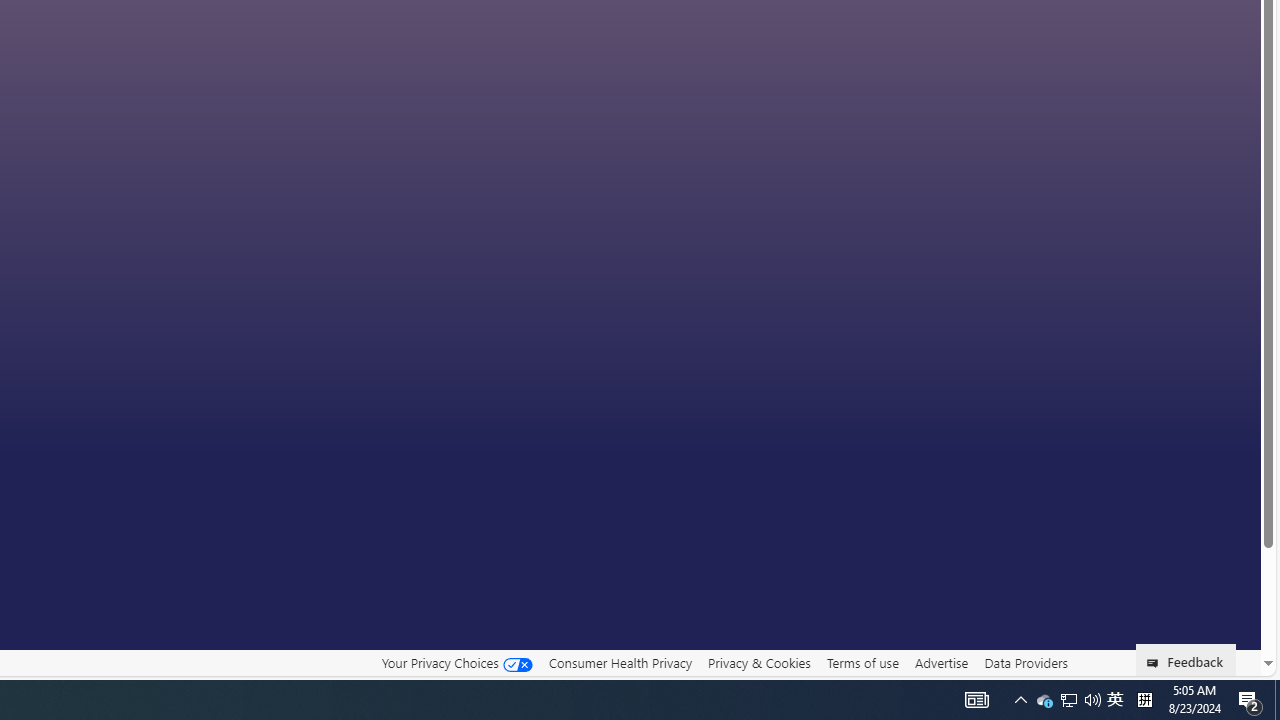 The image size is (1280, 720). I want to click on 'Data Providers', so click(1025, 662).